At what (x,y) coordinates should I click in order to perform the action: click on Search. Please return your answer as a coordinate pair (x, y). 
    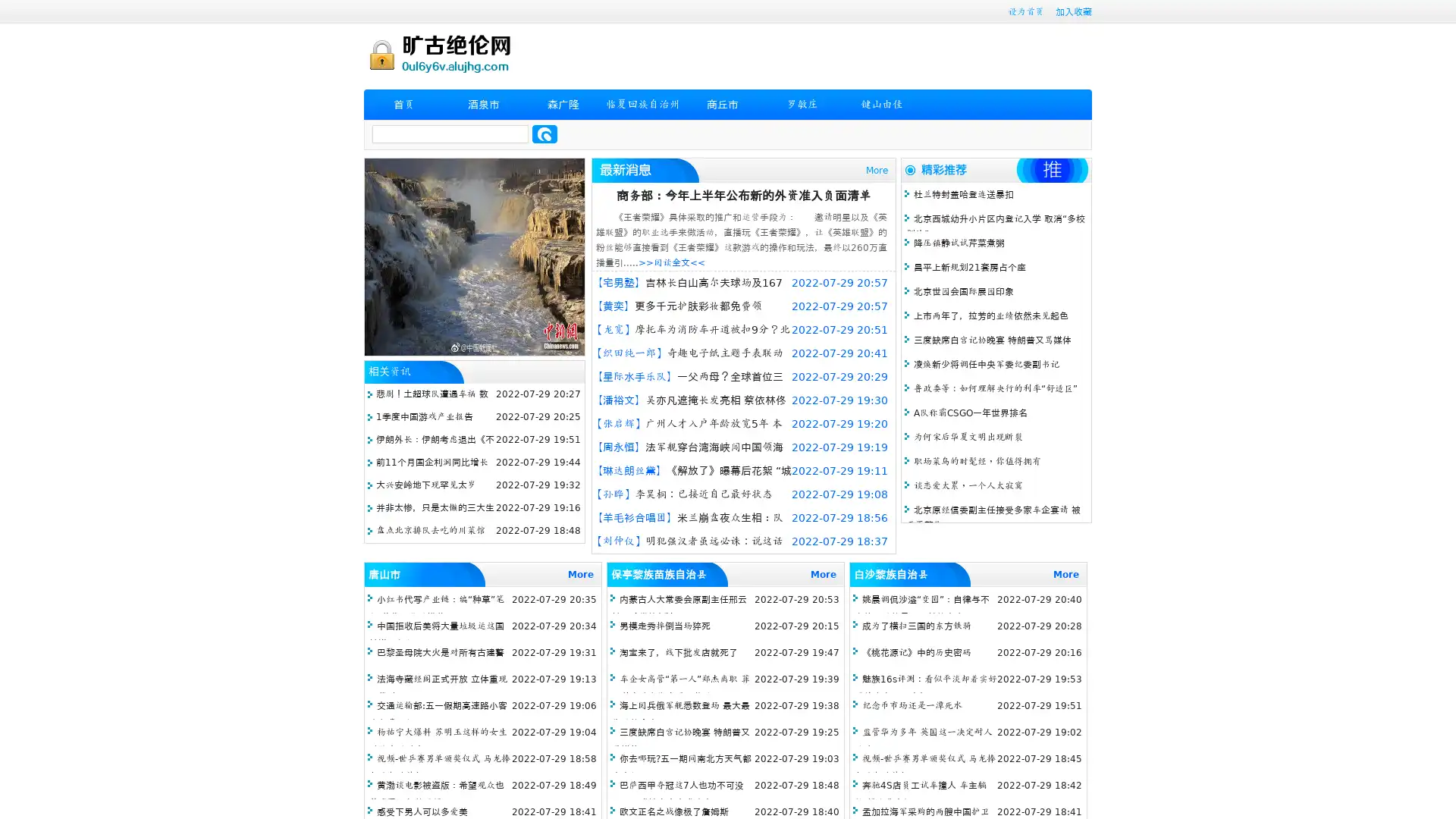
    Looking at the image, I should click on (544, 133).